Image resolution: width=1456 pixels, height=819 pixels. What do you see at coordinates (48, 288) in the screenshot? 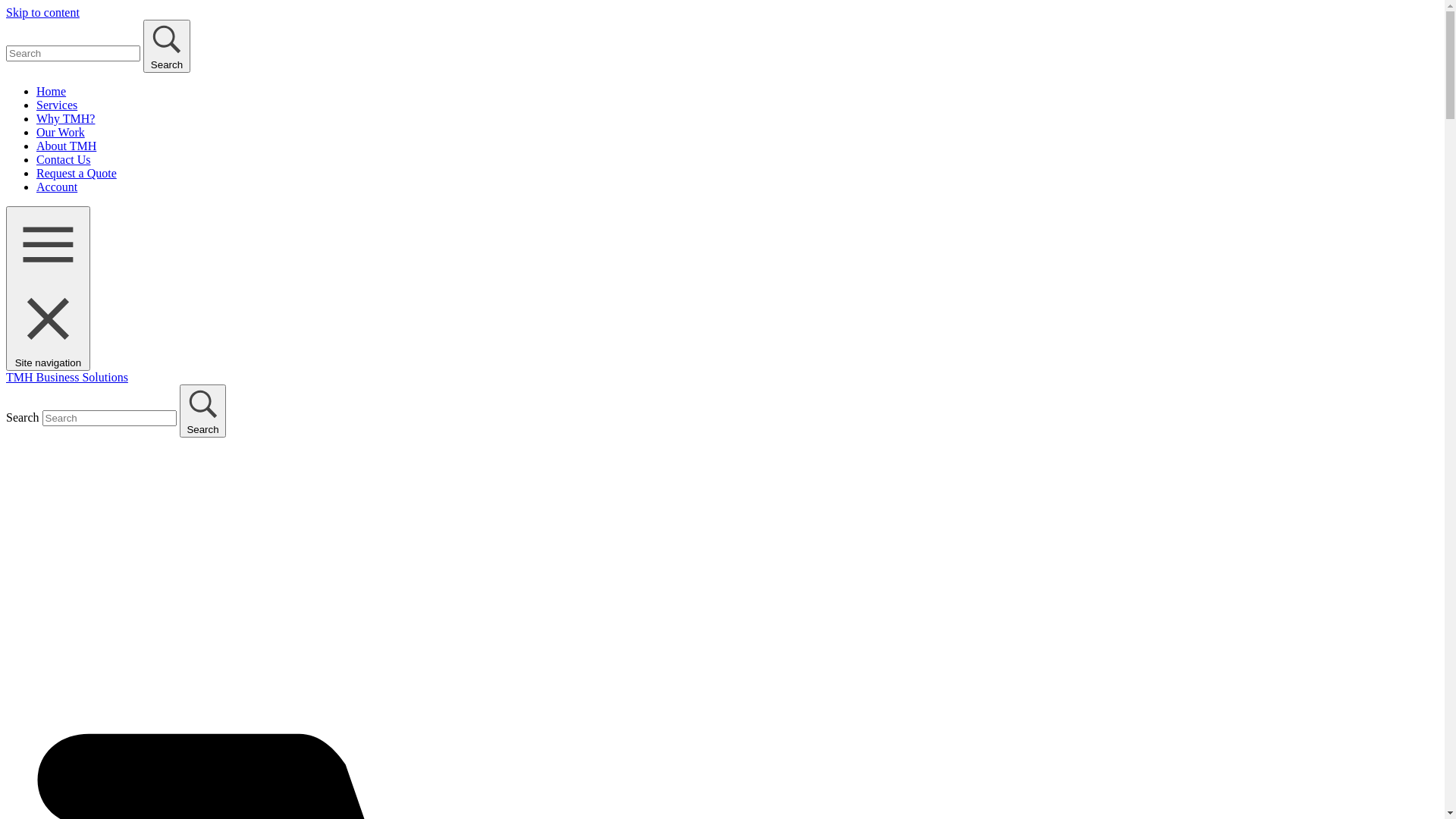
I see `'Site navigation'` at bounding box center [48, 288].